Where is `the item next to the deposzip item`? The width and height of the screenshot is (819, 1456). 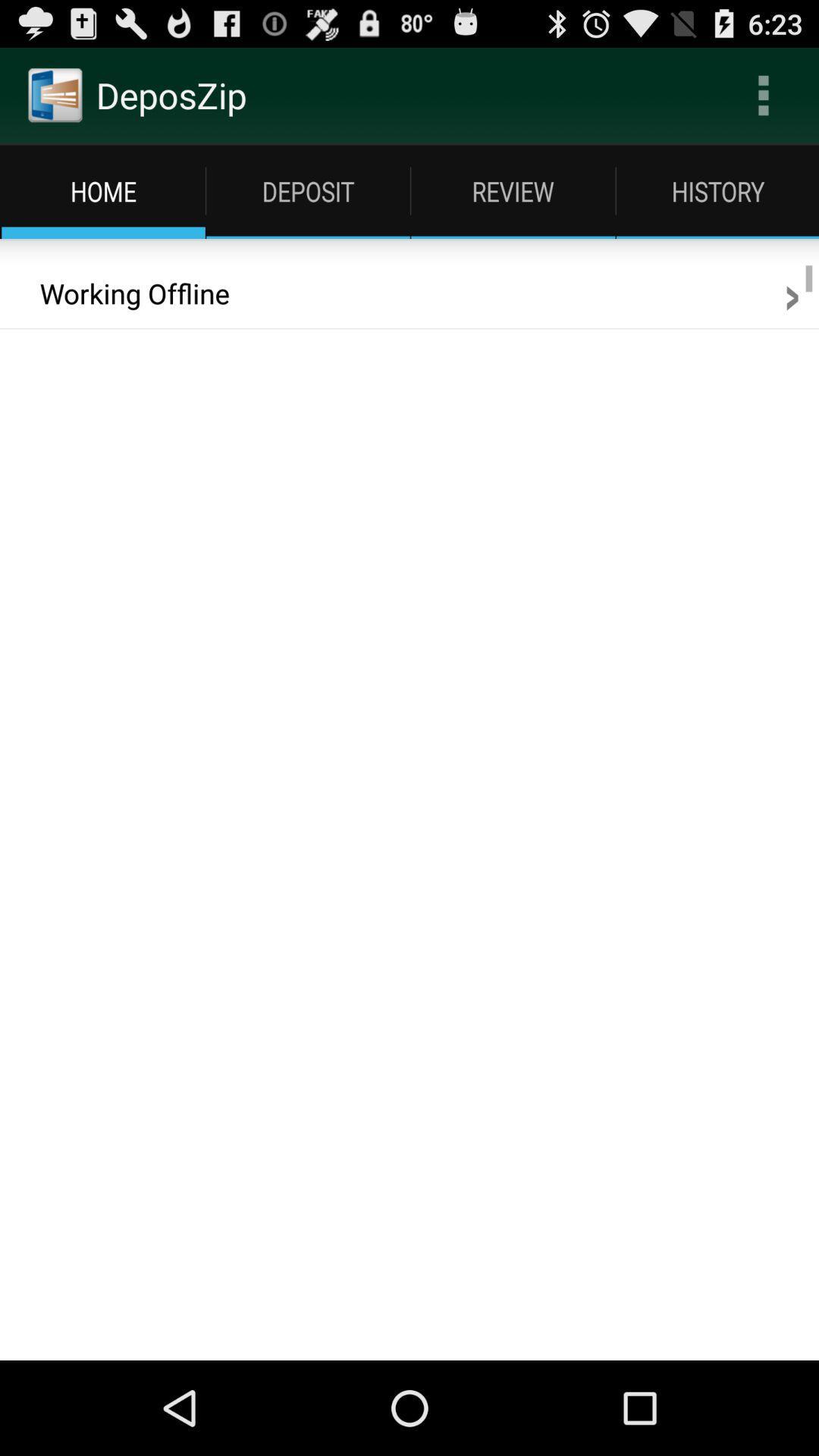
the item next to the deposzip item is located at coordinates (763, 94).